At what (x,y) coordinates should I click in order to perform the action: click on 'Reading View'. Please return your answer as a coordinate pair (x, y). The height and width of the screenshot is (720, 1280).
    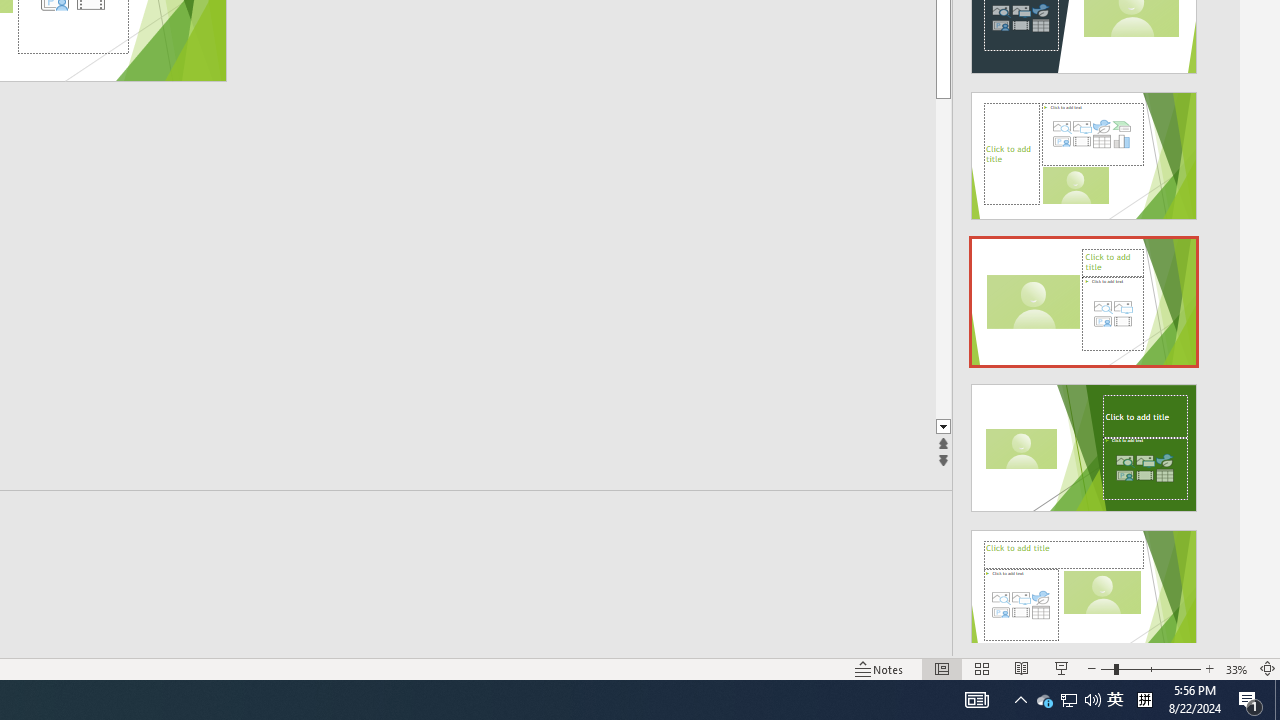
    Looking at the image, I should click on (1022, 669).